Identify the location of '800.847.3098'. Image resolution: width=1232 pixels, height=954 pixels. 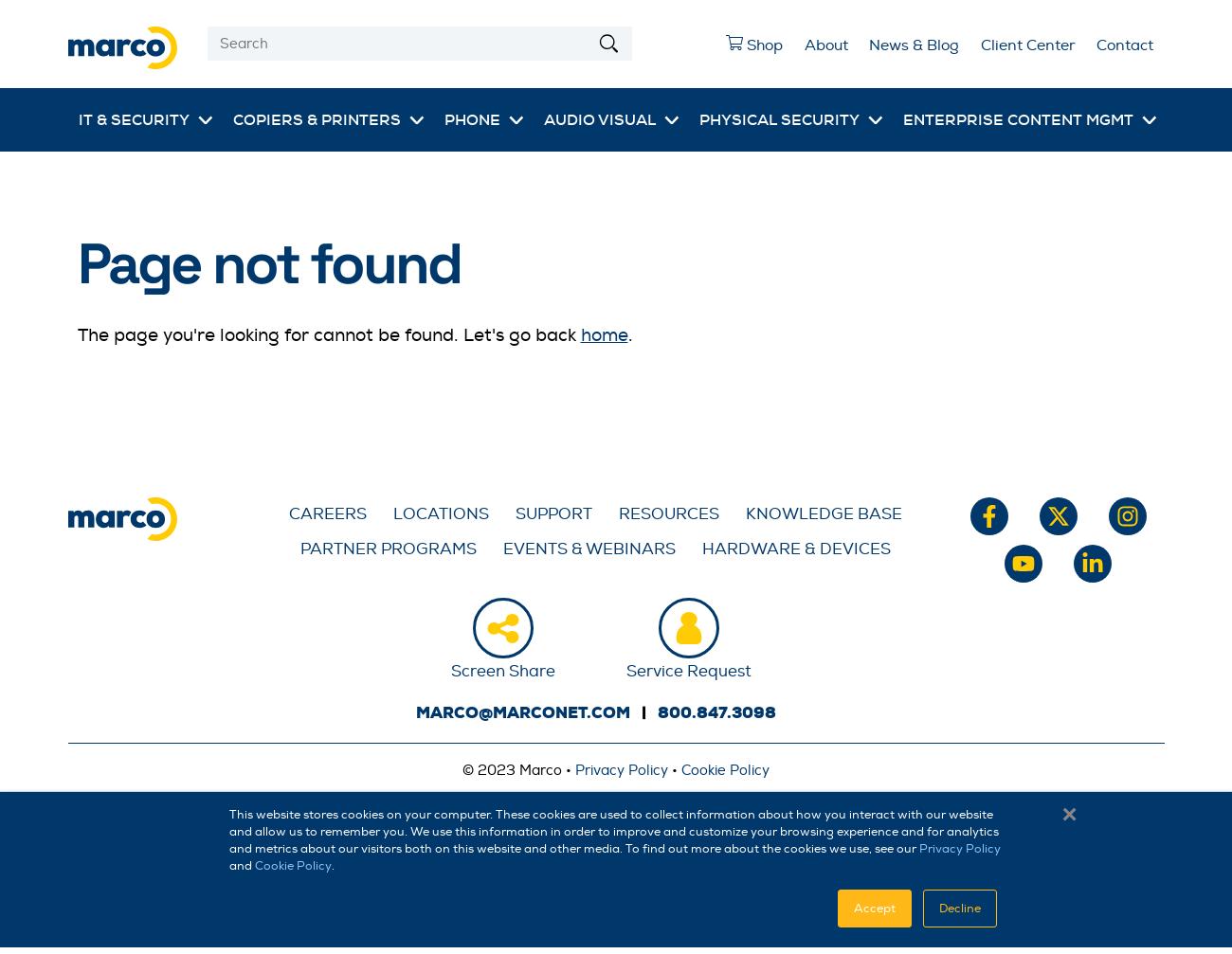
(716, 711).